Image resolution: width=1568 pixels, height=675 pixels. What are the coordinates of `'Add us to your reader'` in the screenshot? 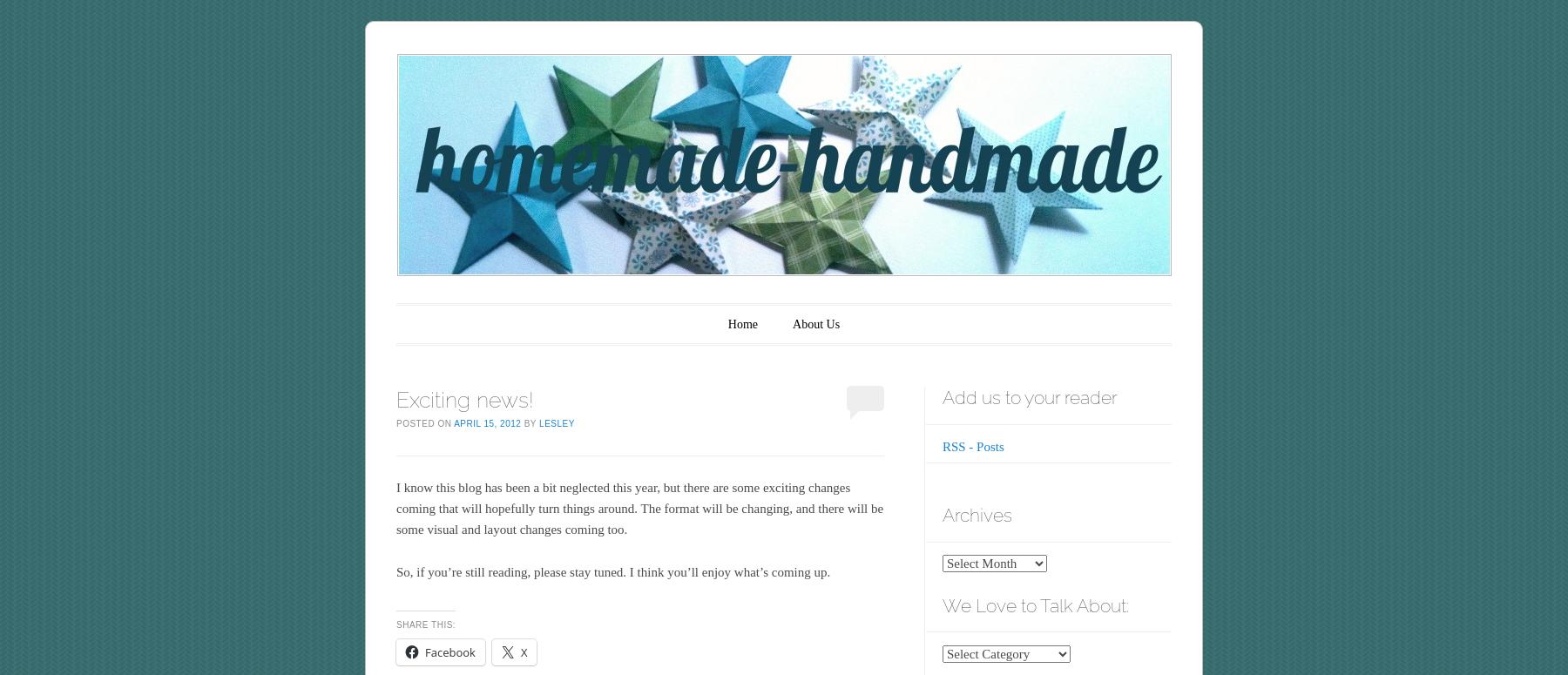 It's located at (1028, 397).